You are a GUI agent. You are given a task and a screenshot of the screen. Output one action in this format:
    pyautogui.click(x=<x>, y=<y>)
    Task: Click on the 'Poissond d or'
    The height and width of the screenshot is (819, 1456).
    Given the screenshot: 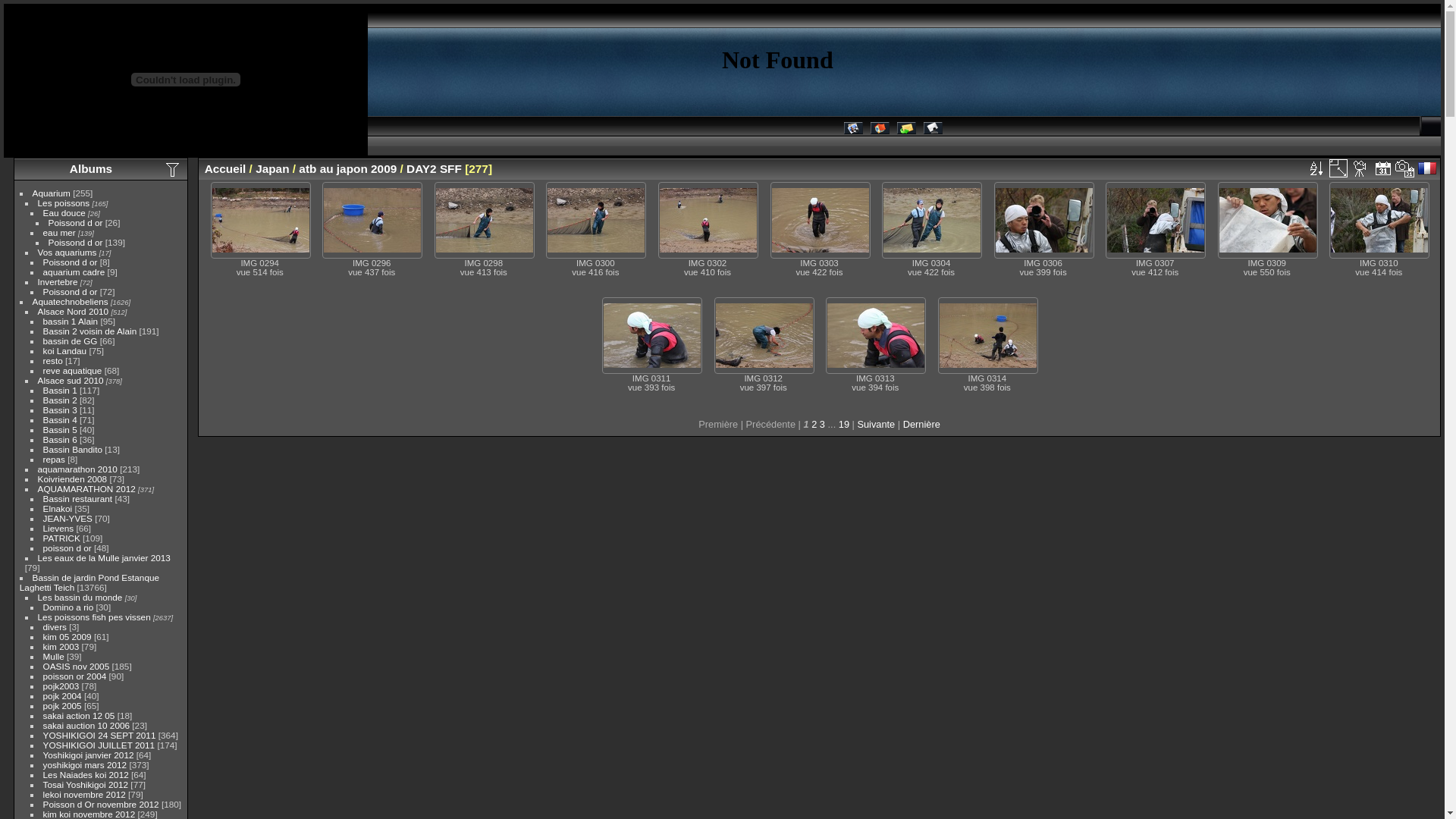 What is the action you would take?
    pyautogui.click(x=75, y=241)
    